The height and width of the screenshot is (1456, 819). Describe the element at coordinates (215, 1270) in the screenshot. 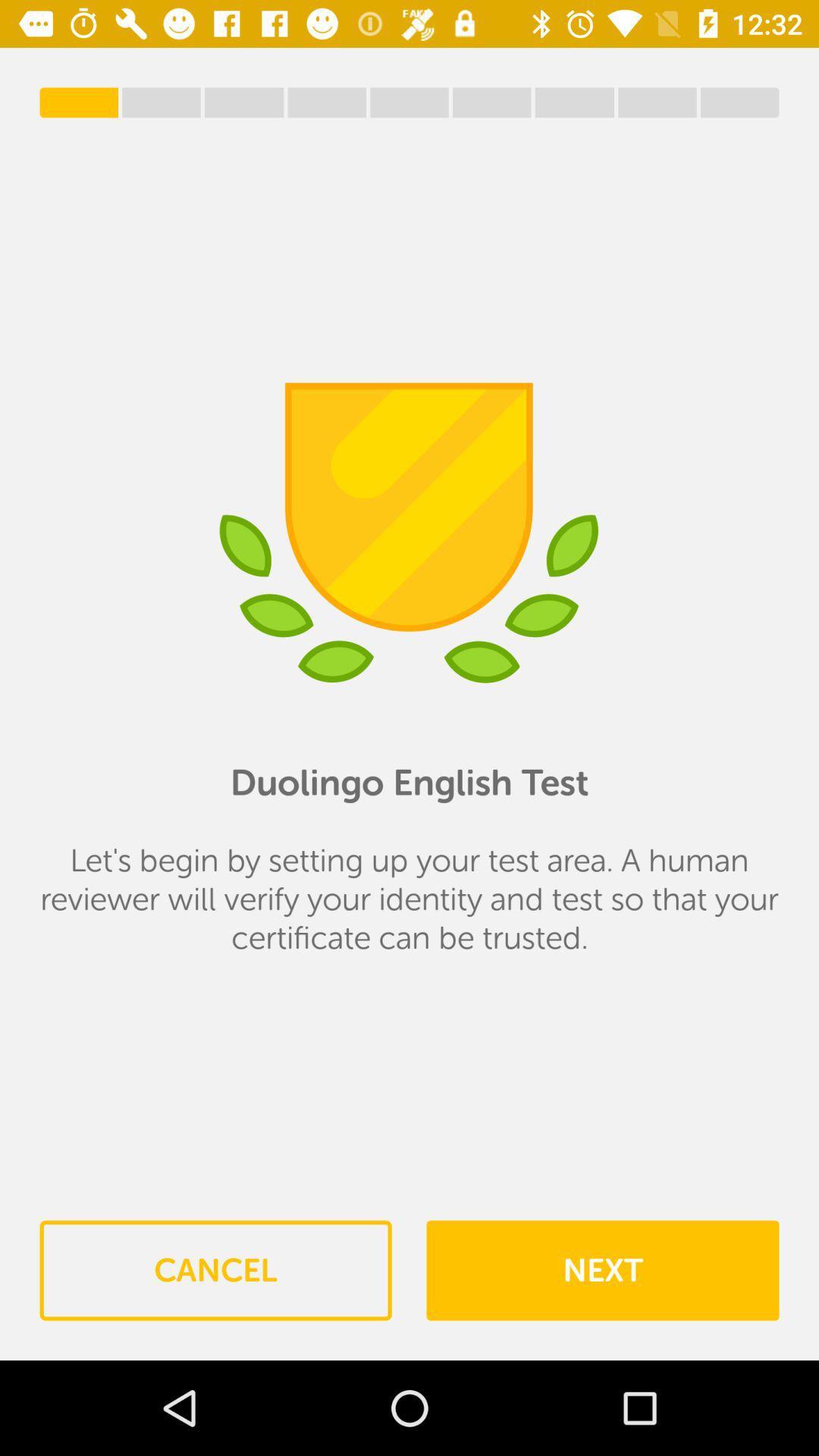

I see `item at the bottom left corner` at that location.